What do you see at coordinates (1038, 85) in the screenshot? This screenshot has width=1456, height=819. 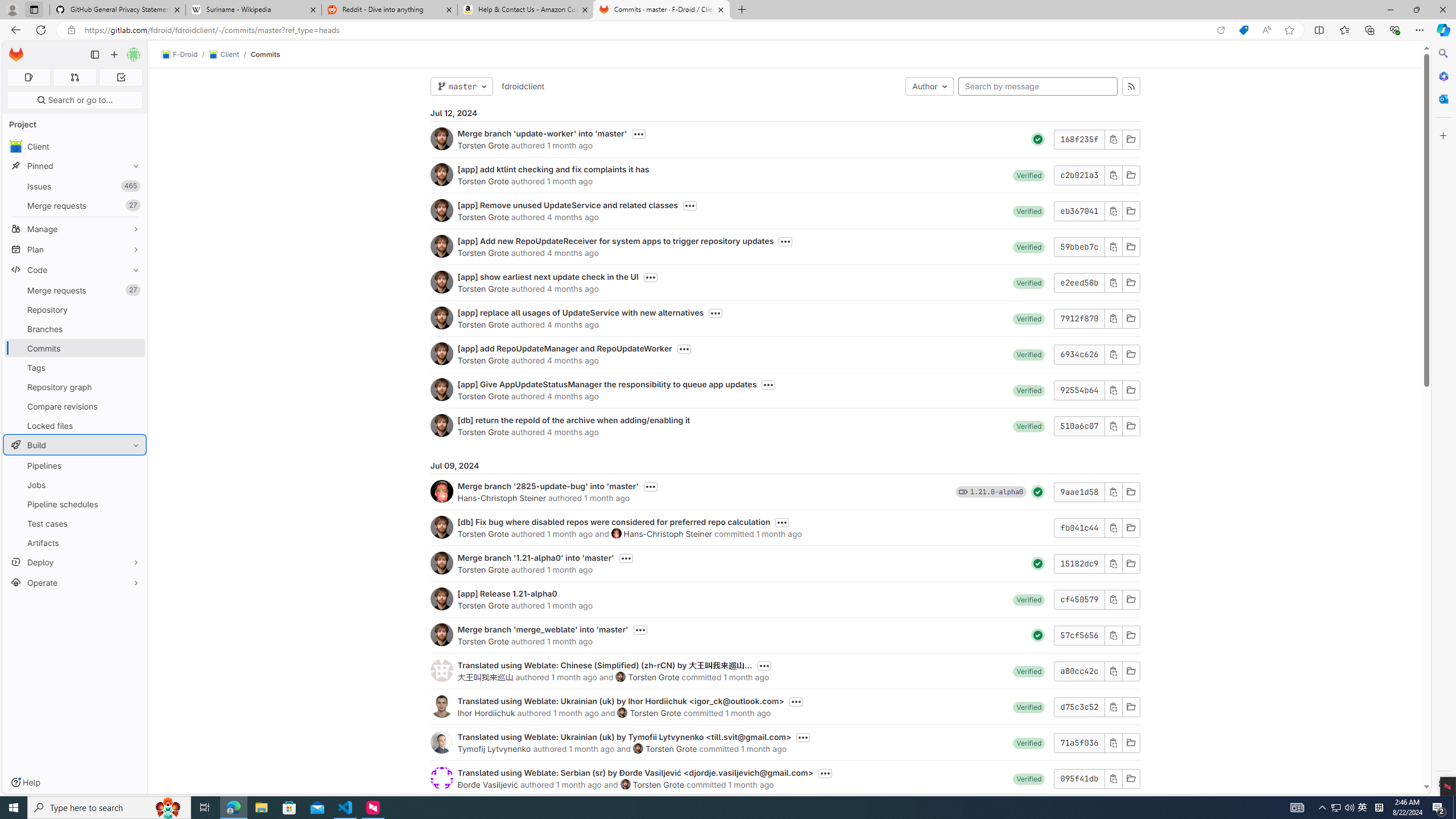 I see `'Search by message'` at bounding box center [1038, 85].